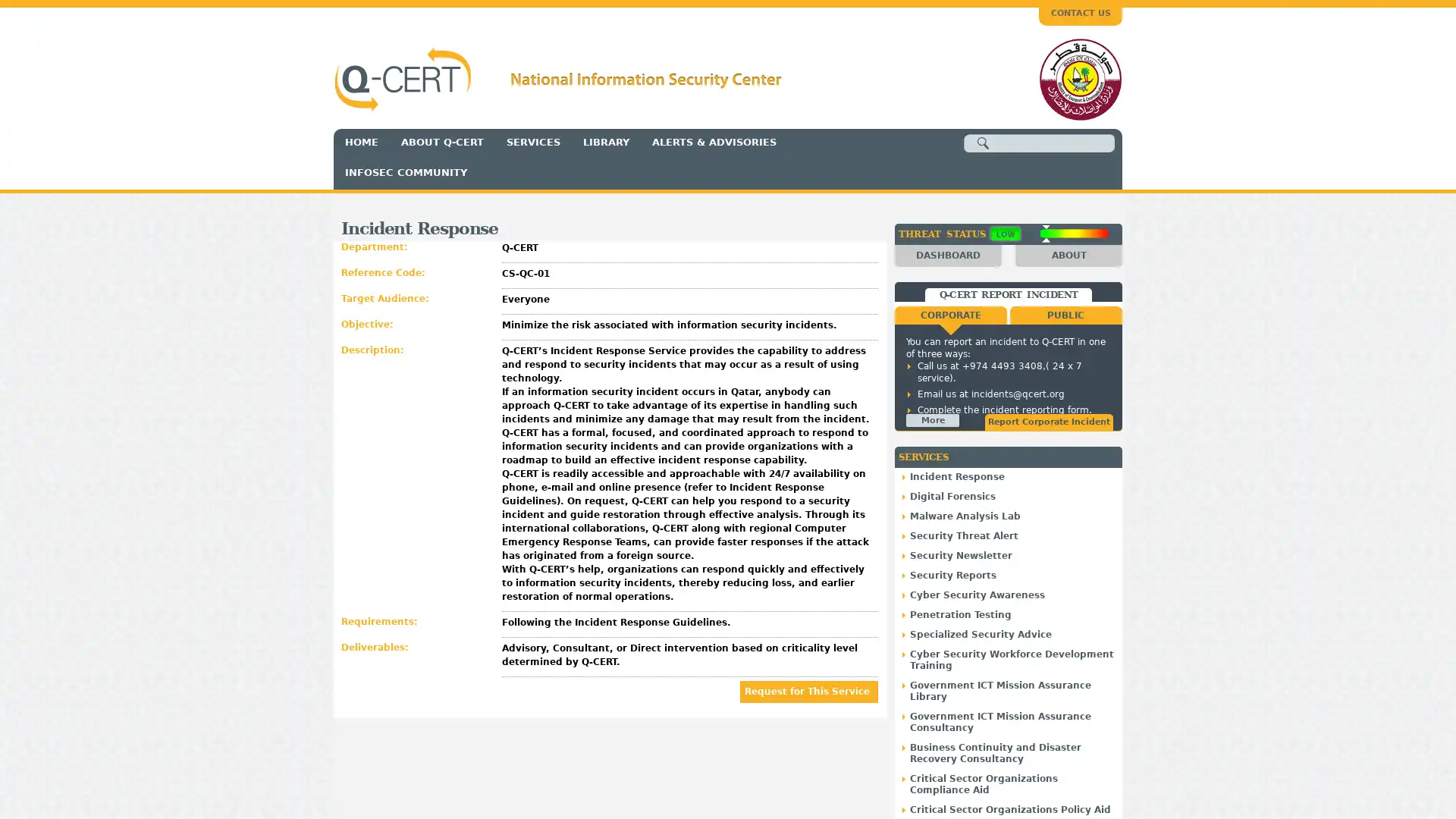 This screenshot has height=819, width=1456. I want to click on Search, so click(983, 143).